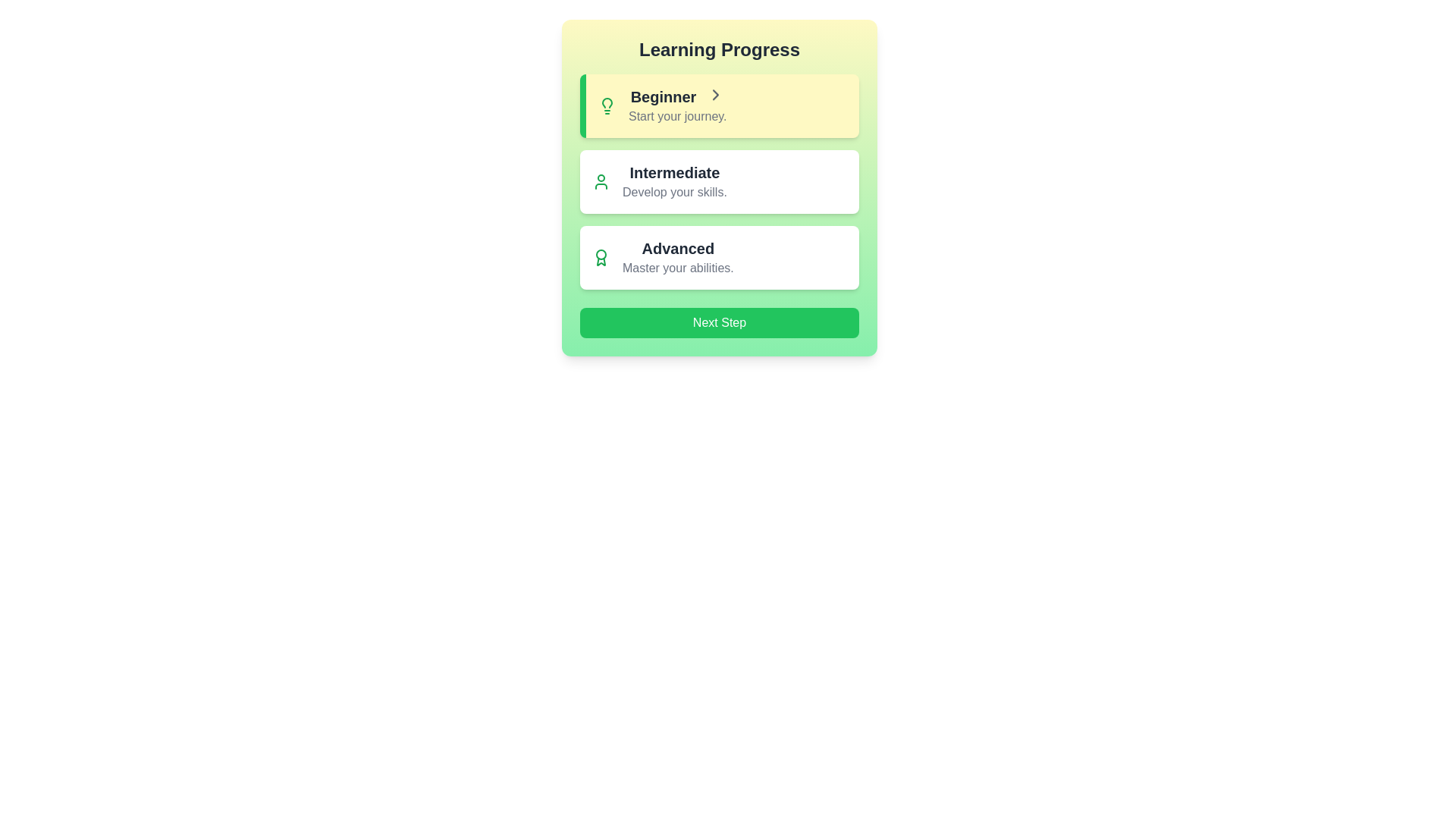 The height and width of the screenshot is (819, 1456). What do you see at coordinates (607, 105) in the screenshot?
I see `the lightbulb icon styled in green, located within the 'Beginner' card that indicates the start of the learning journey` at bounding box center [607, 105].